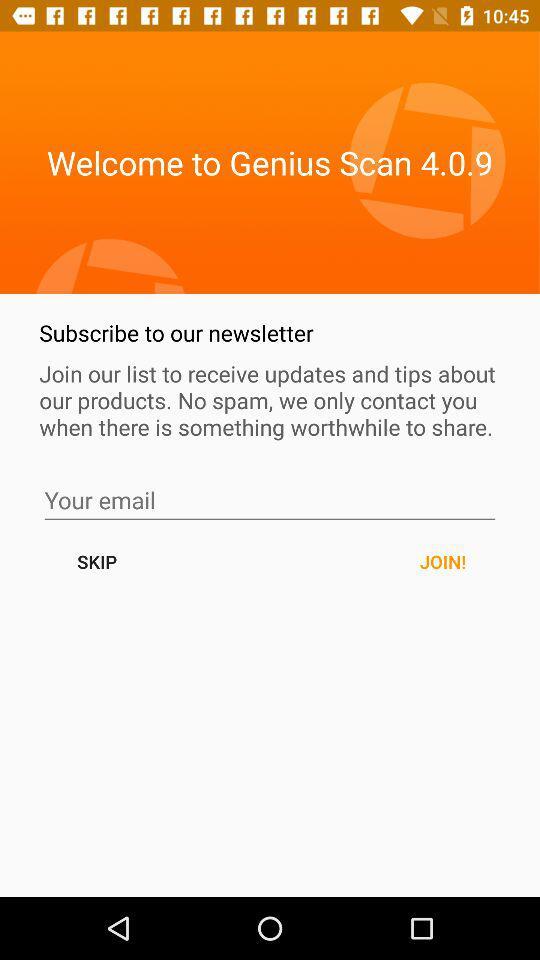 Image resolution: width=540 pixels, height=960 pixels. What do you see at coordinates (96, 561) in the screenshot?
I see `skip button` at bounding box center [96, 561].